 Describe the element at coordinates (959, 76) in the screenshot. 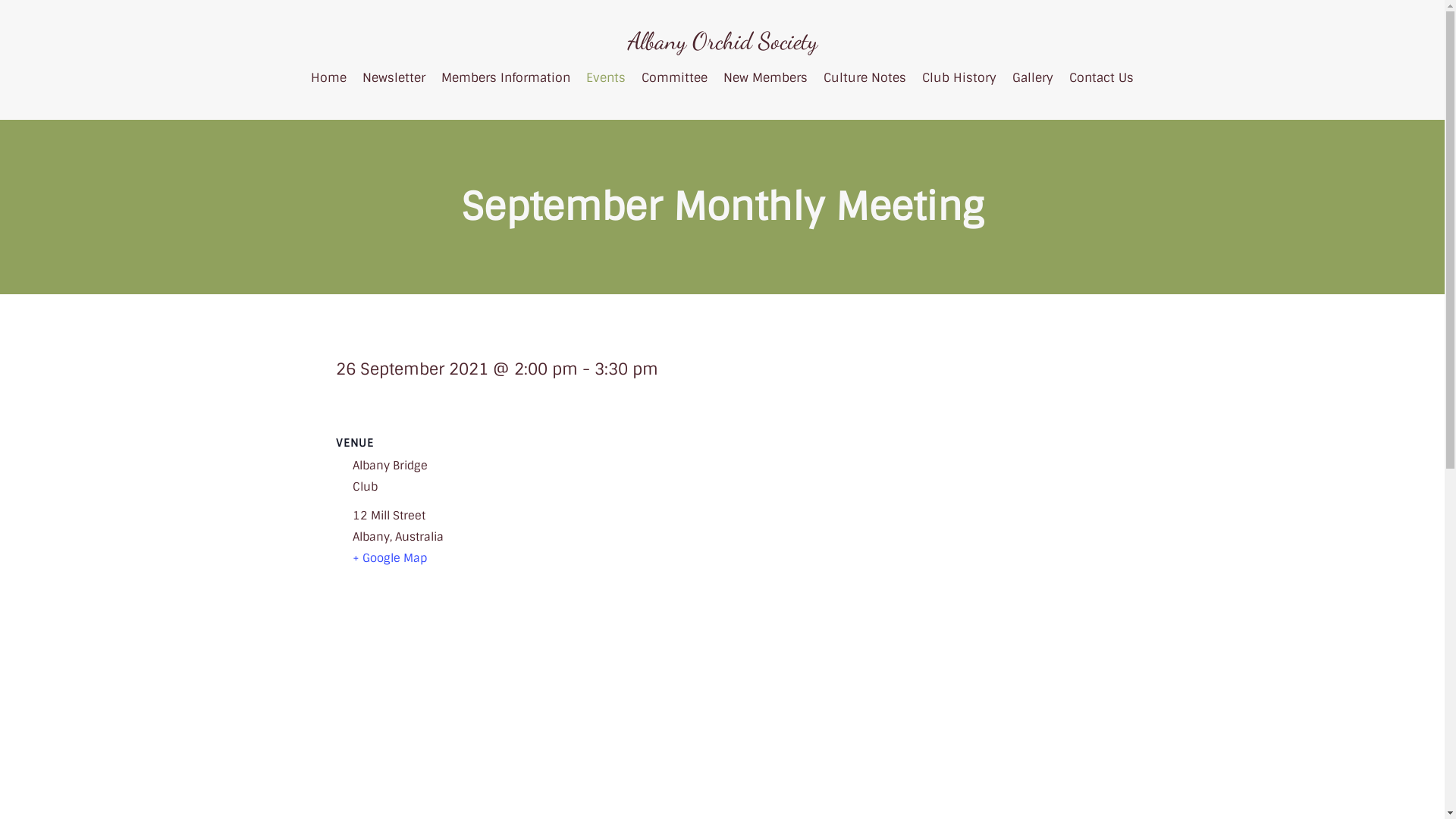

I see `'Club History'` at that location.